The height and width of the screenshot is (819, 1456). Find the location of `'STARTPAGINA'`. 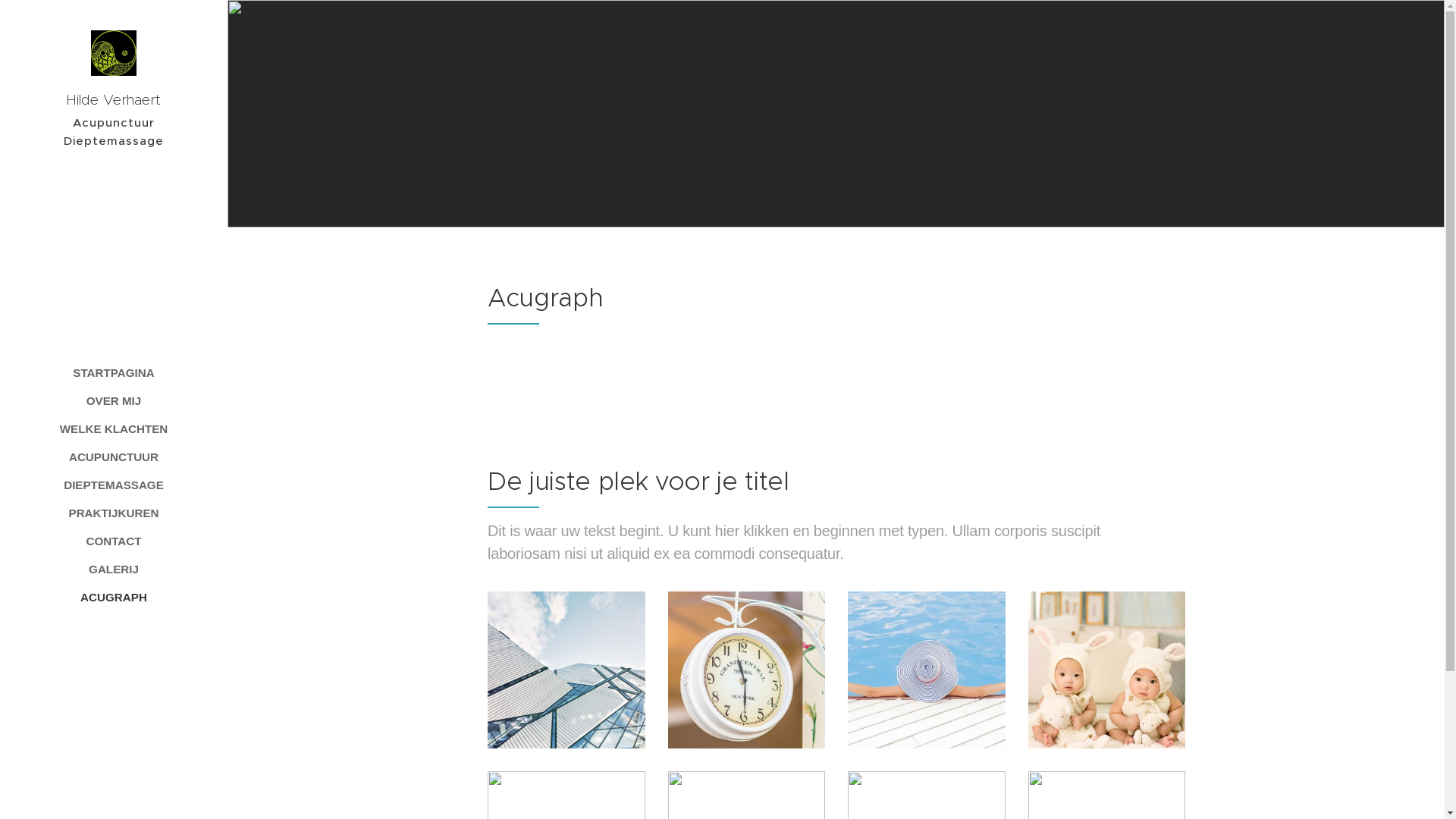

'STARTPAGINA' is located at coordinates (112, 372).